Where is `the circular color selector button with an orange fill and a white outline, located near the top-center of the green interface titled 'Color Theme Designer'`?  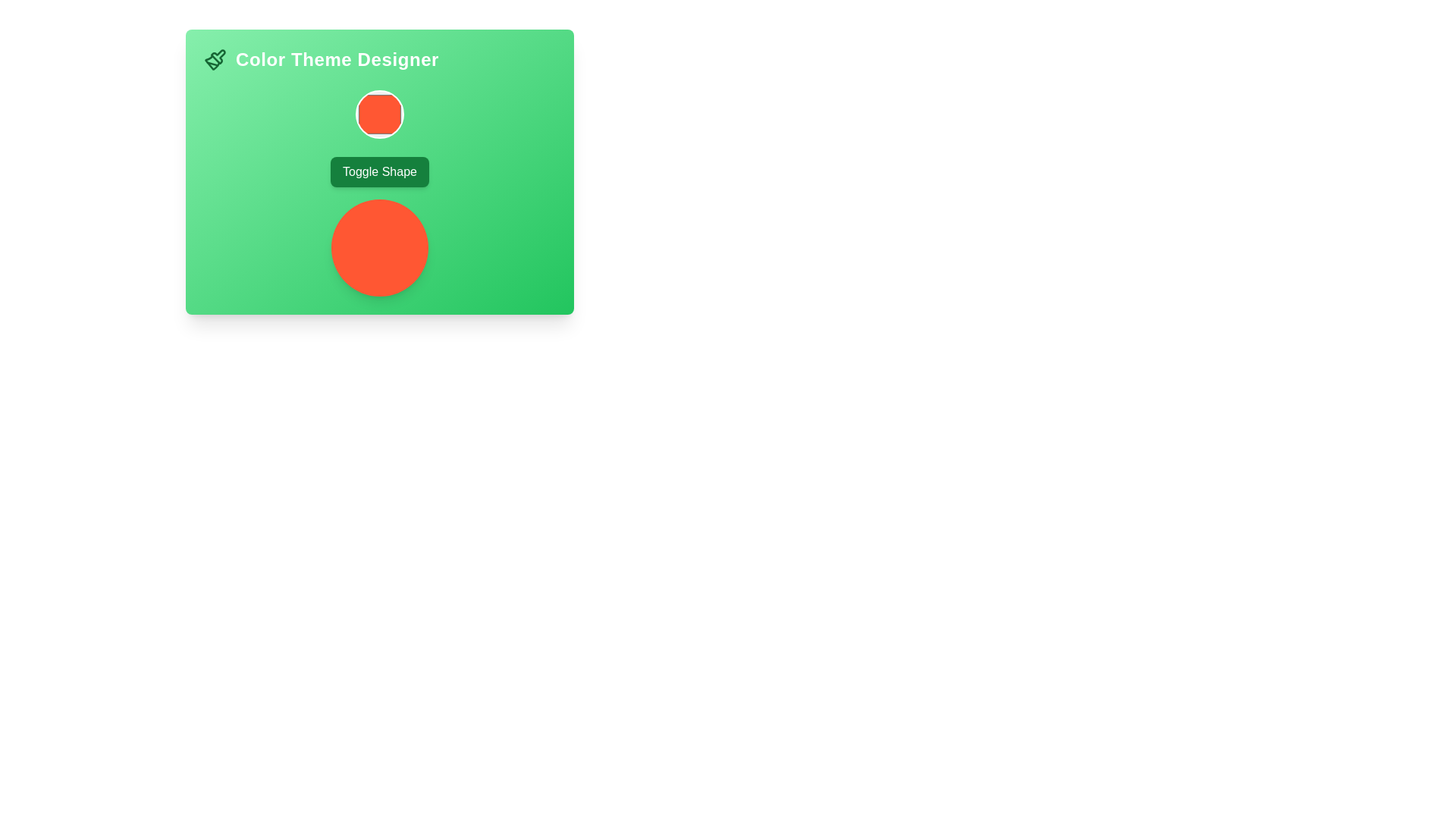 the circular color selector button with an orange fill and a white outline, located near the top-center of the green interface titled 'Color Theme Designer' is located at coordinates (379, 113).